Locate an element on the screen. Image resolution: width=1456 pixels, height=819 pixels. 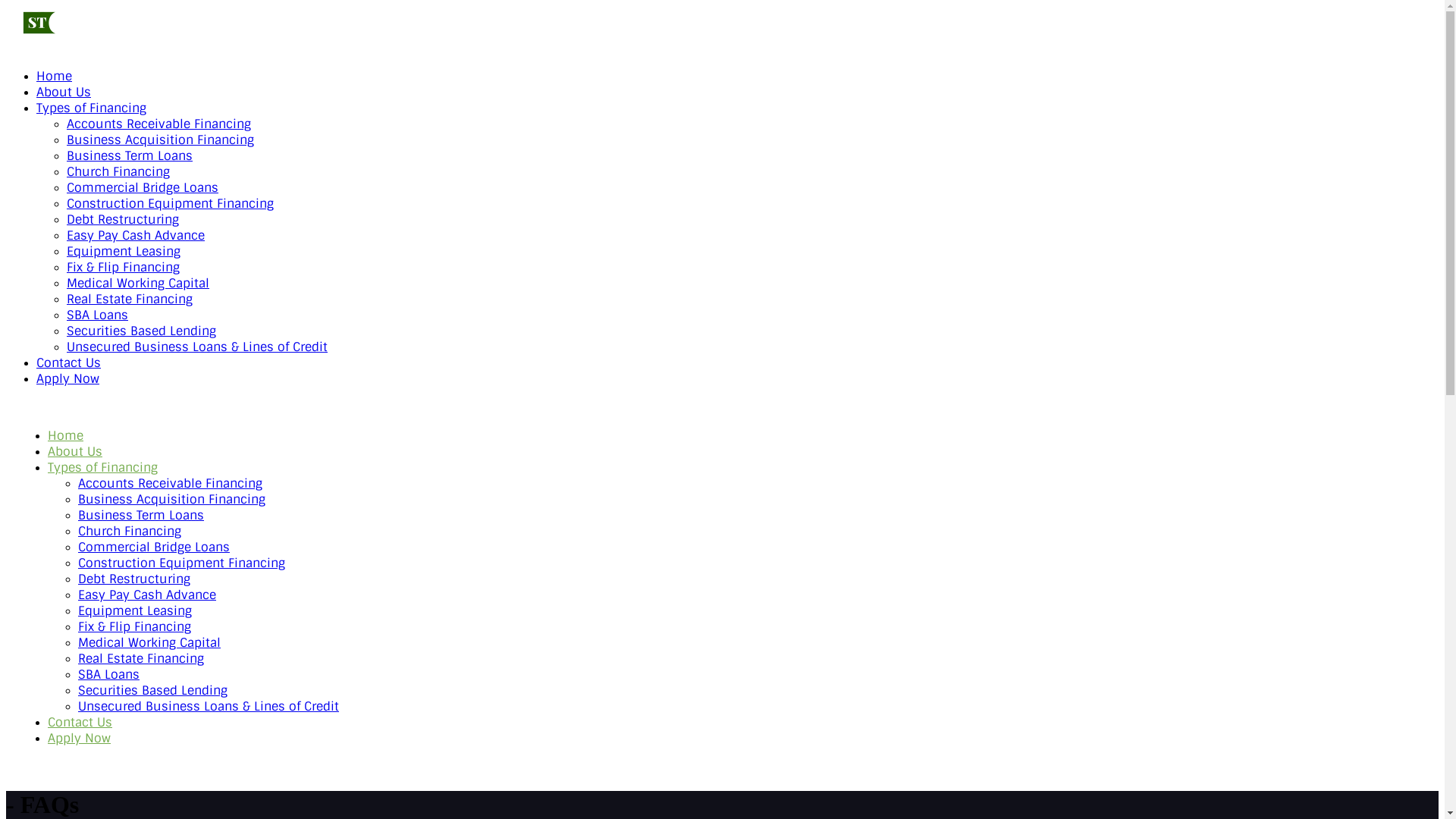
'Home' is located at coordinates (47, 435).